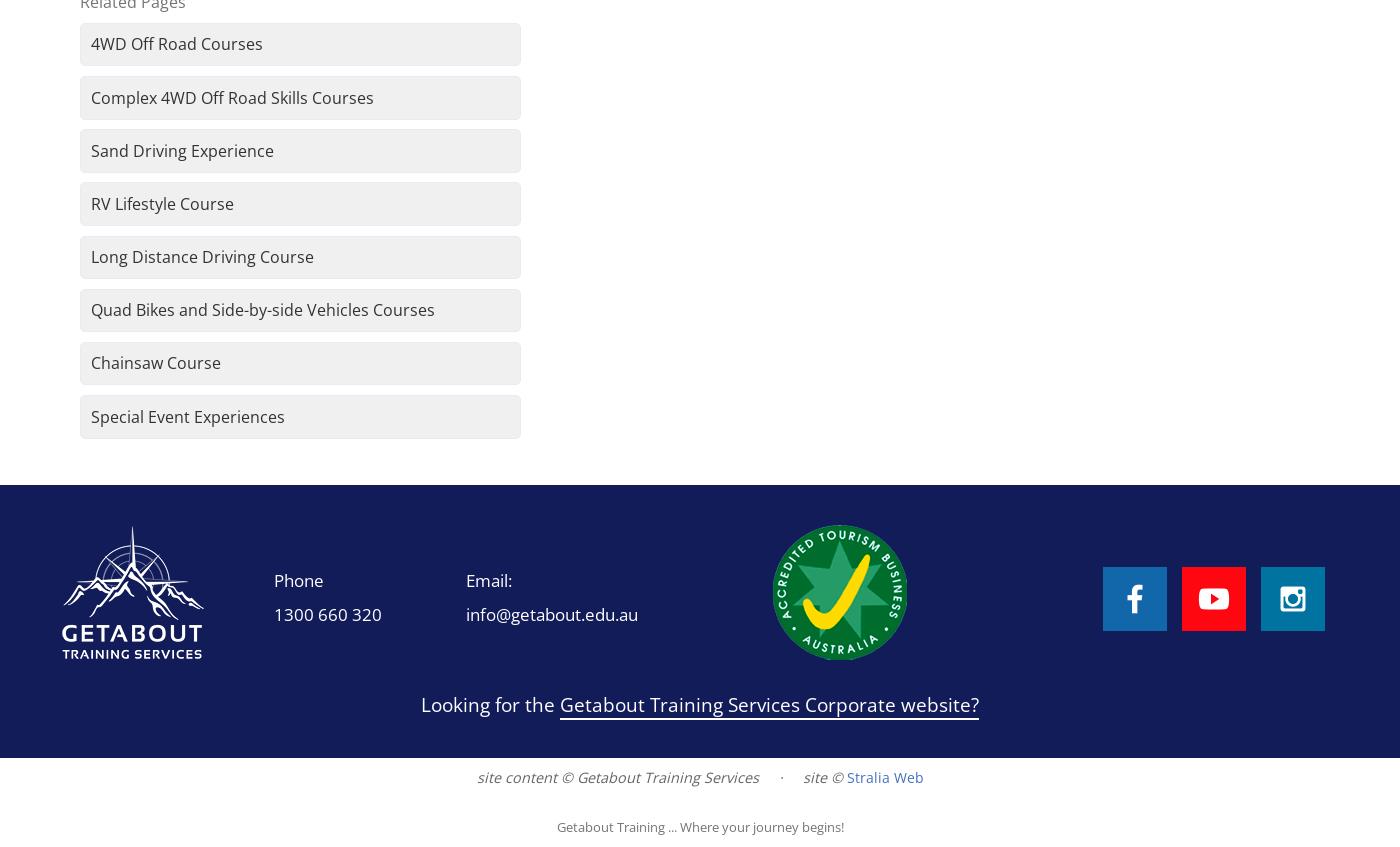 The height and width of the screenshot is (847, 1400). I want to click on '1300 660 320', so click(327, 613).